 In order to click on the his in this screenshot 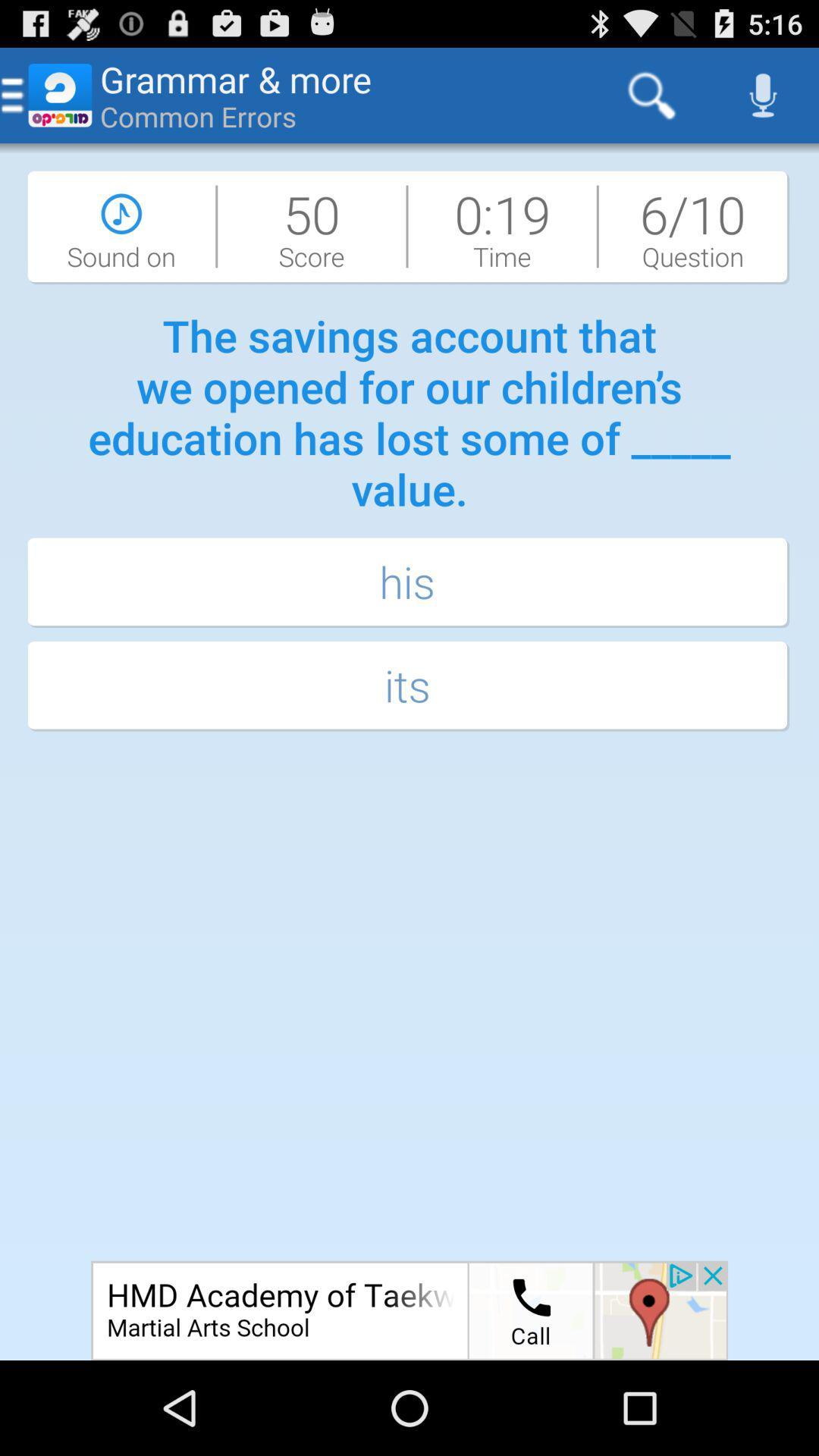, I will do `click(409, 582)`.